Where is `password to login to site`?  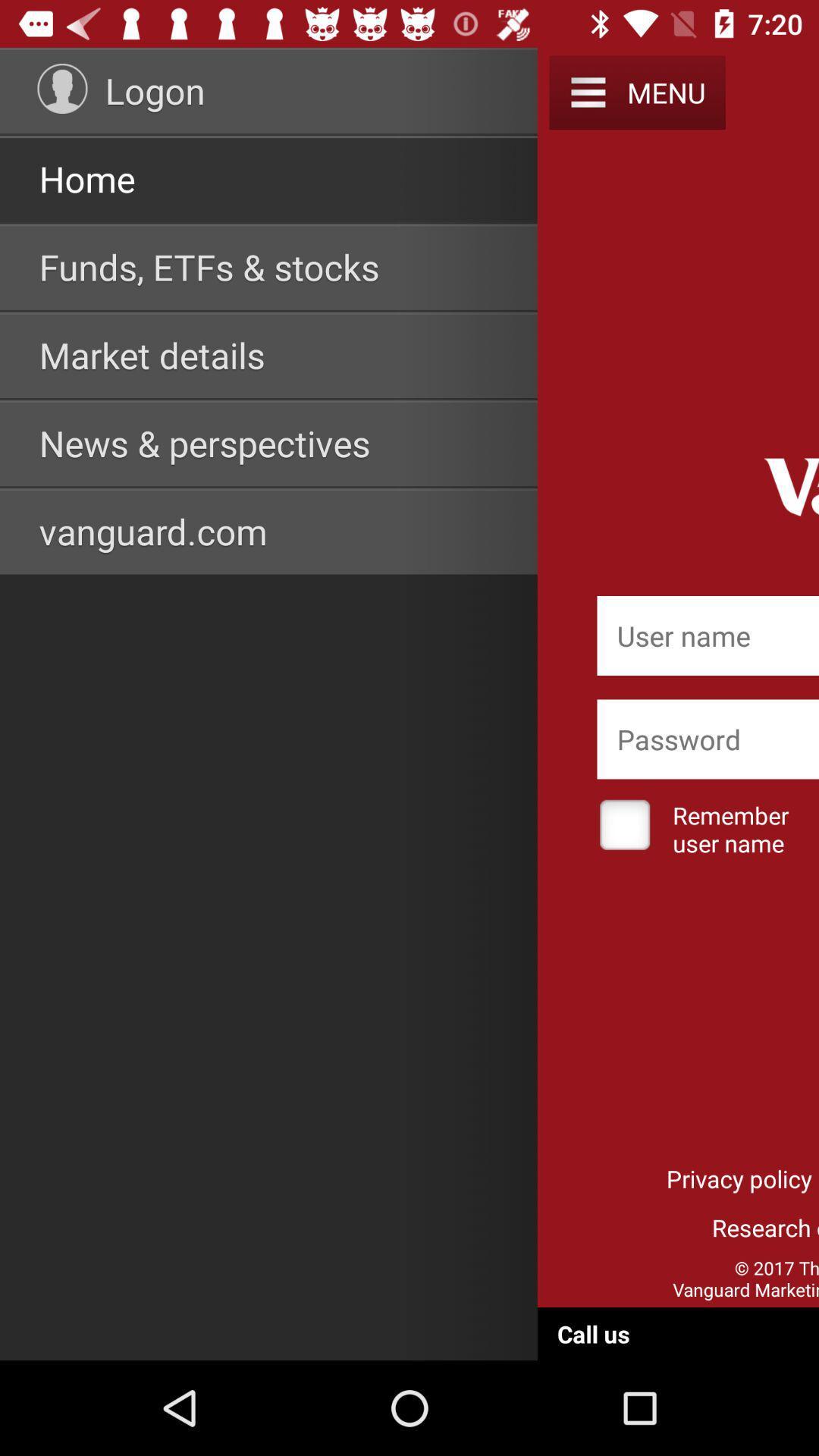 password to login to site is located at coordinates (708, 739).